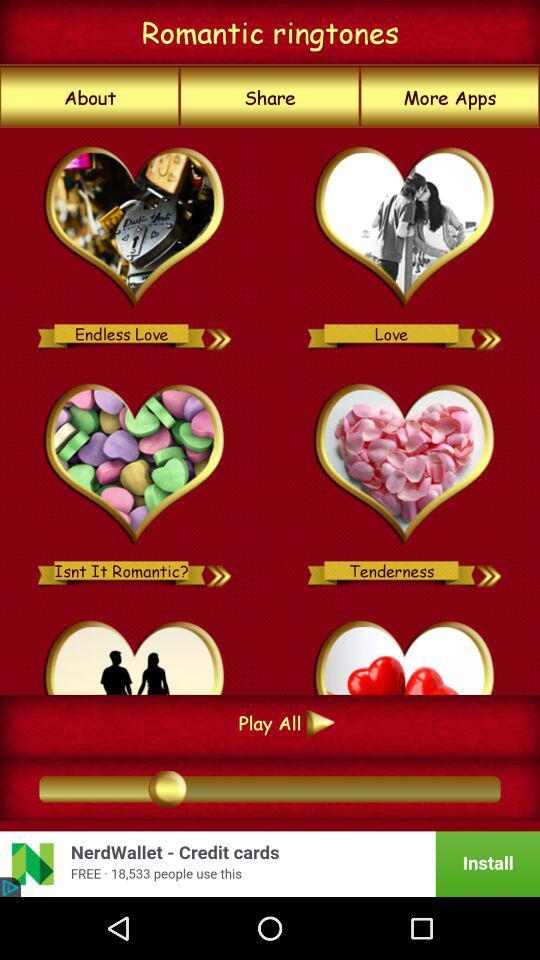  I want to click on specific ringtones catalogue, so click(405, 465).